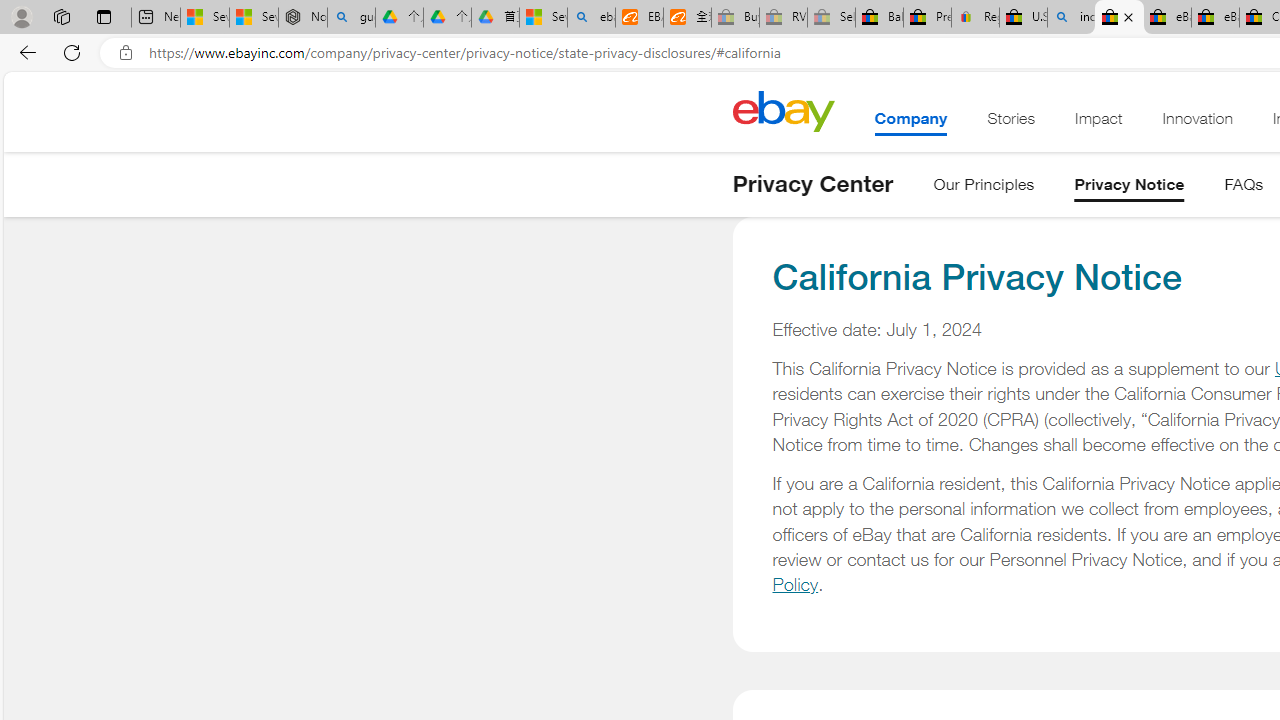 Image resolution: width=1280 pixels, height=720 pixels. Describe the element at coordinates (1128, 17) in the screenshot. I see `'Close tab'` at that location.